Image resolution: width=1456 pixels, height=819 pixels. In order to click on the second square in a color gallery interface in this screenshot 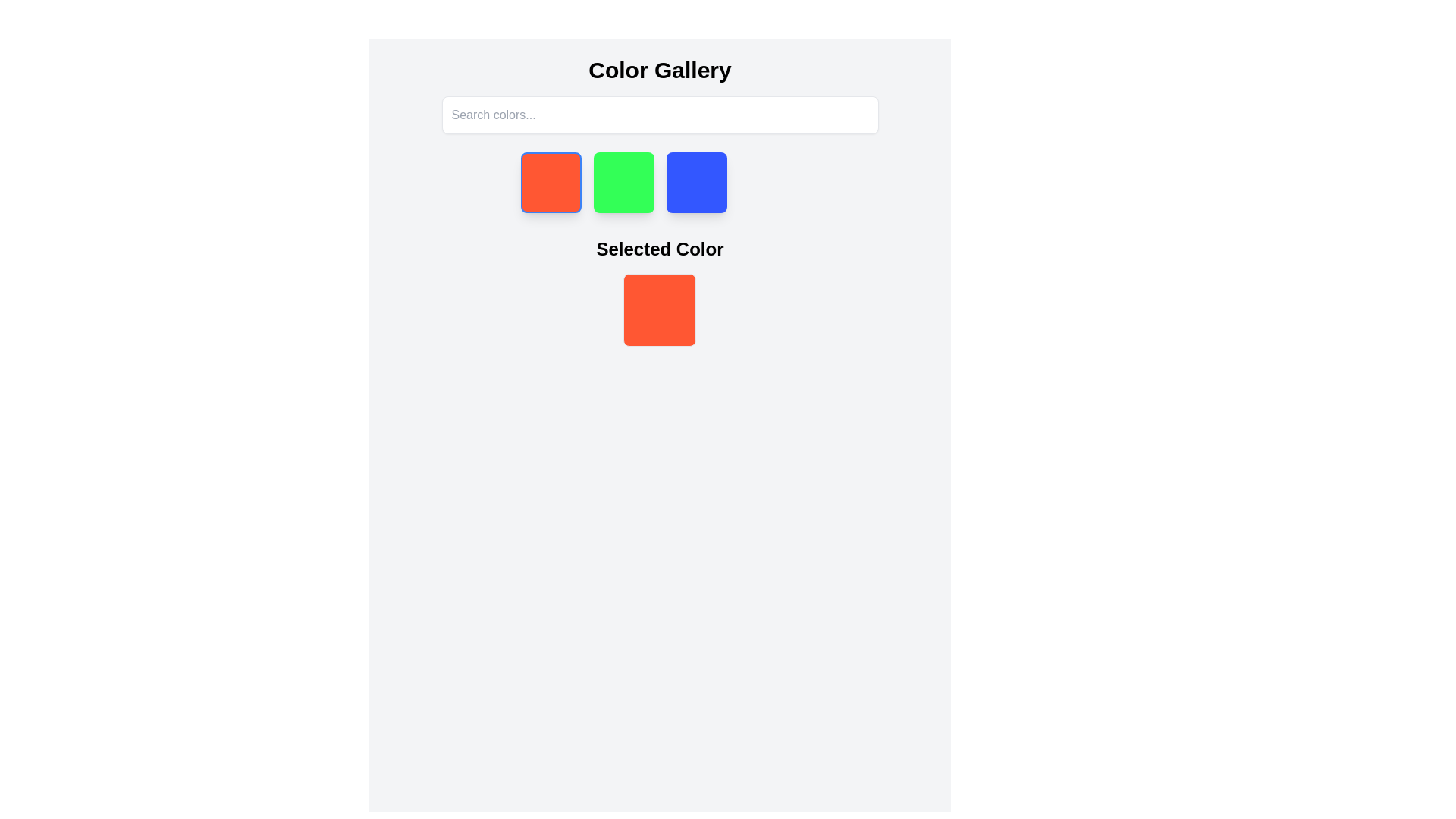, I will do `click(623, 181)`.